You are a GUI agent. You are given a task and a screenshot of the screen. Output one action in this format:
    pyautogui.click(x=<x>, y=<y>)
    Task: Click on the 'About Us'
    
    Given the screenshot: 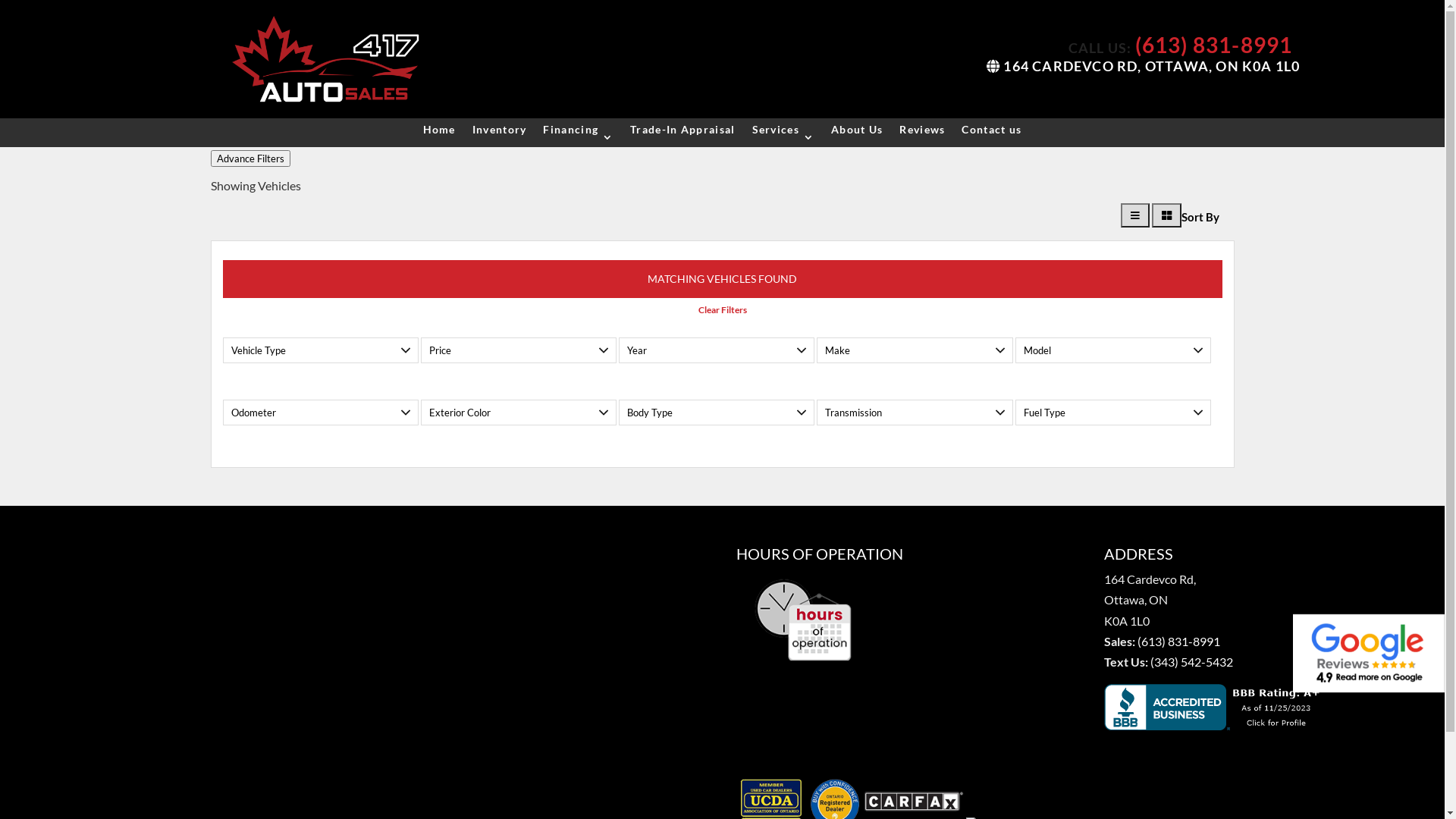 What is the action you would take?
    pyautogui.click(x=830, y=131)
    